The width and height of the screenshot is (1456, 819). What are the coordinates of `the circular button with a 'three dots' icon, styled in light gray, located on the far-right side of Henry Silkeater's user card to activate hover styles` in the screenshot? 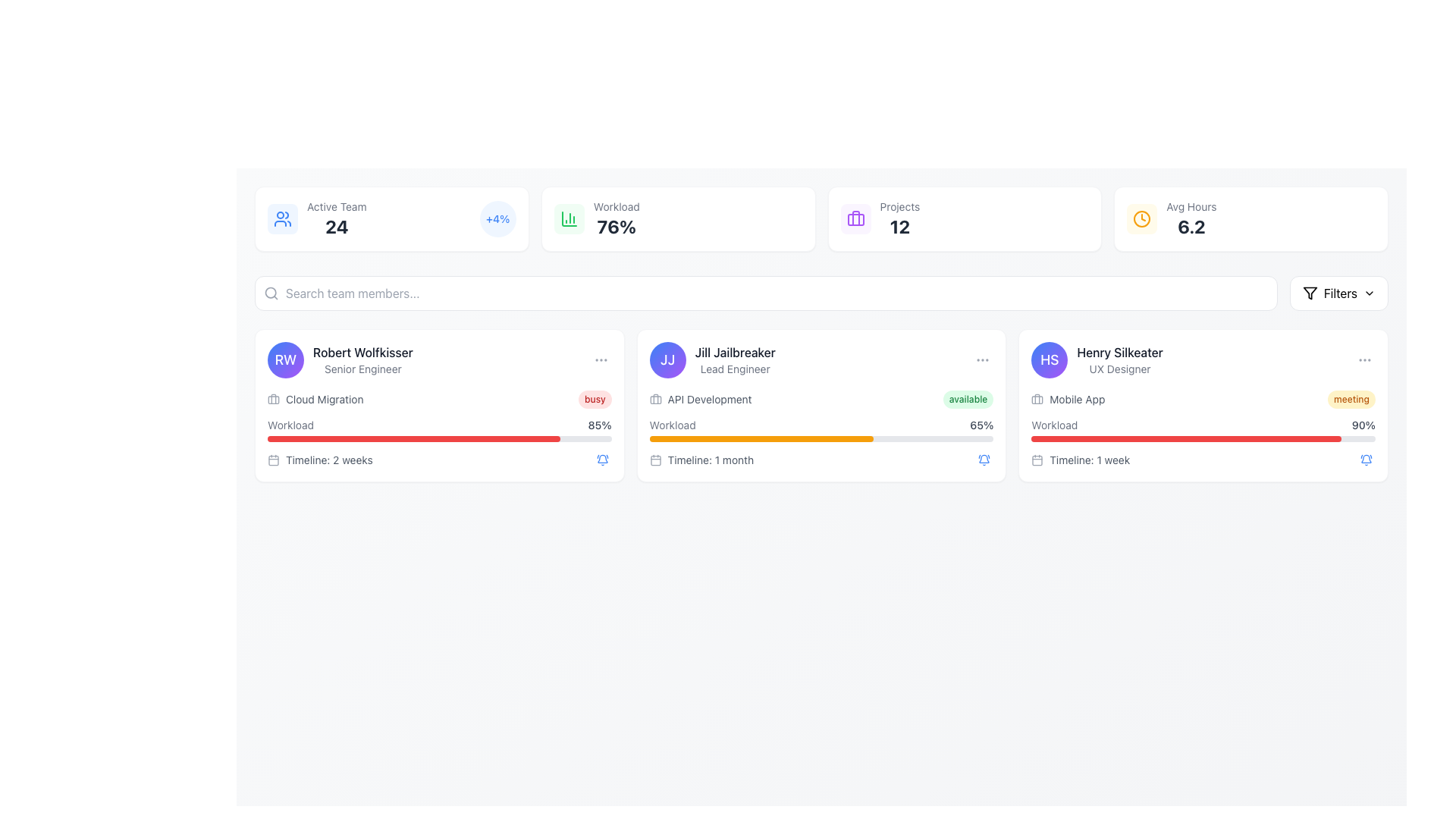 It's located at (1365, 359).